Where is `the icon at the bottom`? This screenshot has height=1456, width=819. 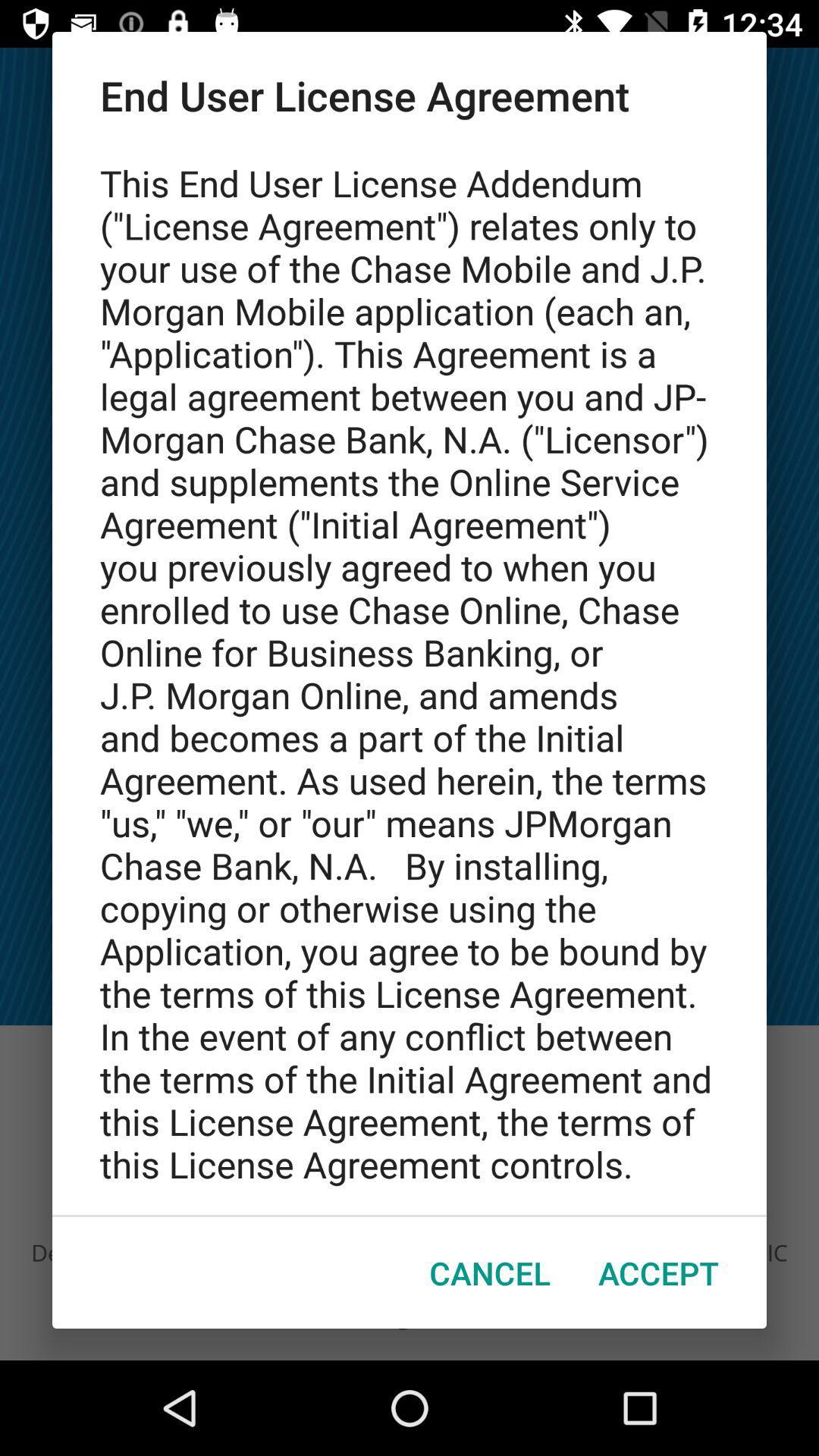
the icon at the bottom is located at coordinates (490, 1272).